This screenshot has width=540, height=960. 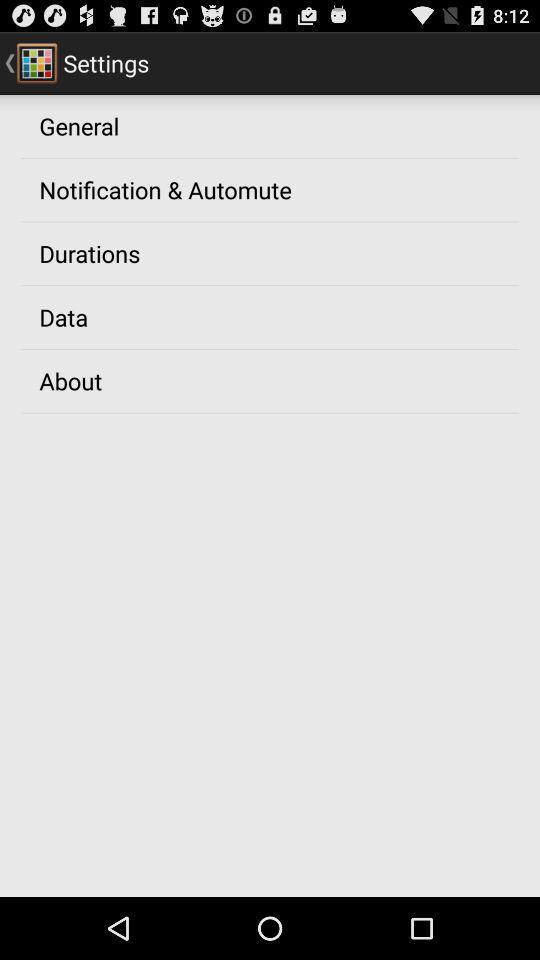 What do you see at coordinates (63, 317) in the screenshot?
I see `the data` at bounding box center [63, 317].